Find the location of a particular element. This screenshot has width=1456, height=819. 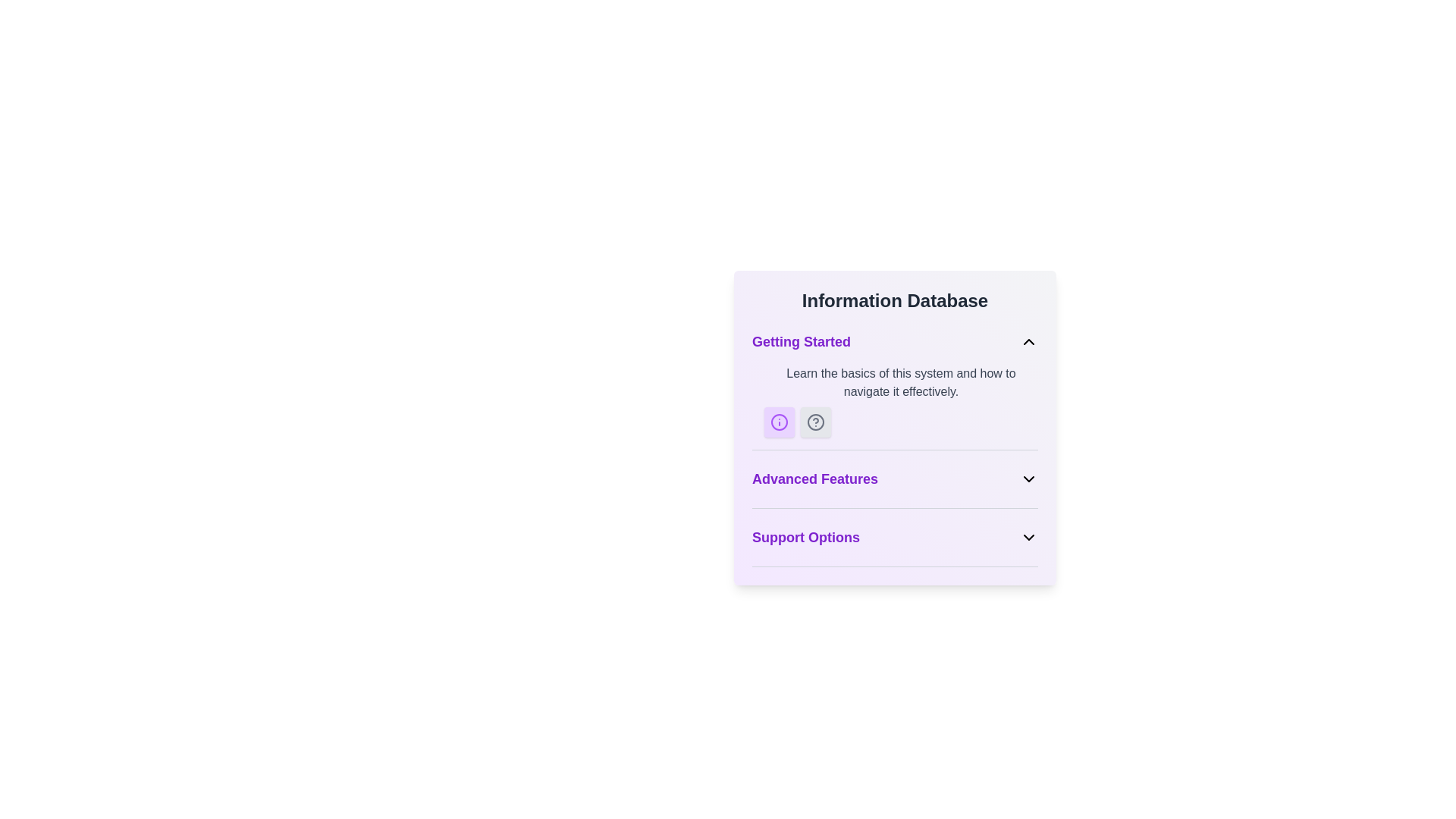

the text header 'Information Database', which is styled in bold, large font and is positioned at the top of a light gradient background box with rounded corners is located at coordinates (895, 301).